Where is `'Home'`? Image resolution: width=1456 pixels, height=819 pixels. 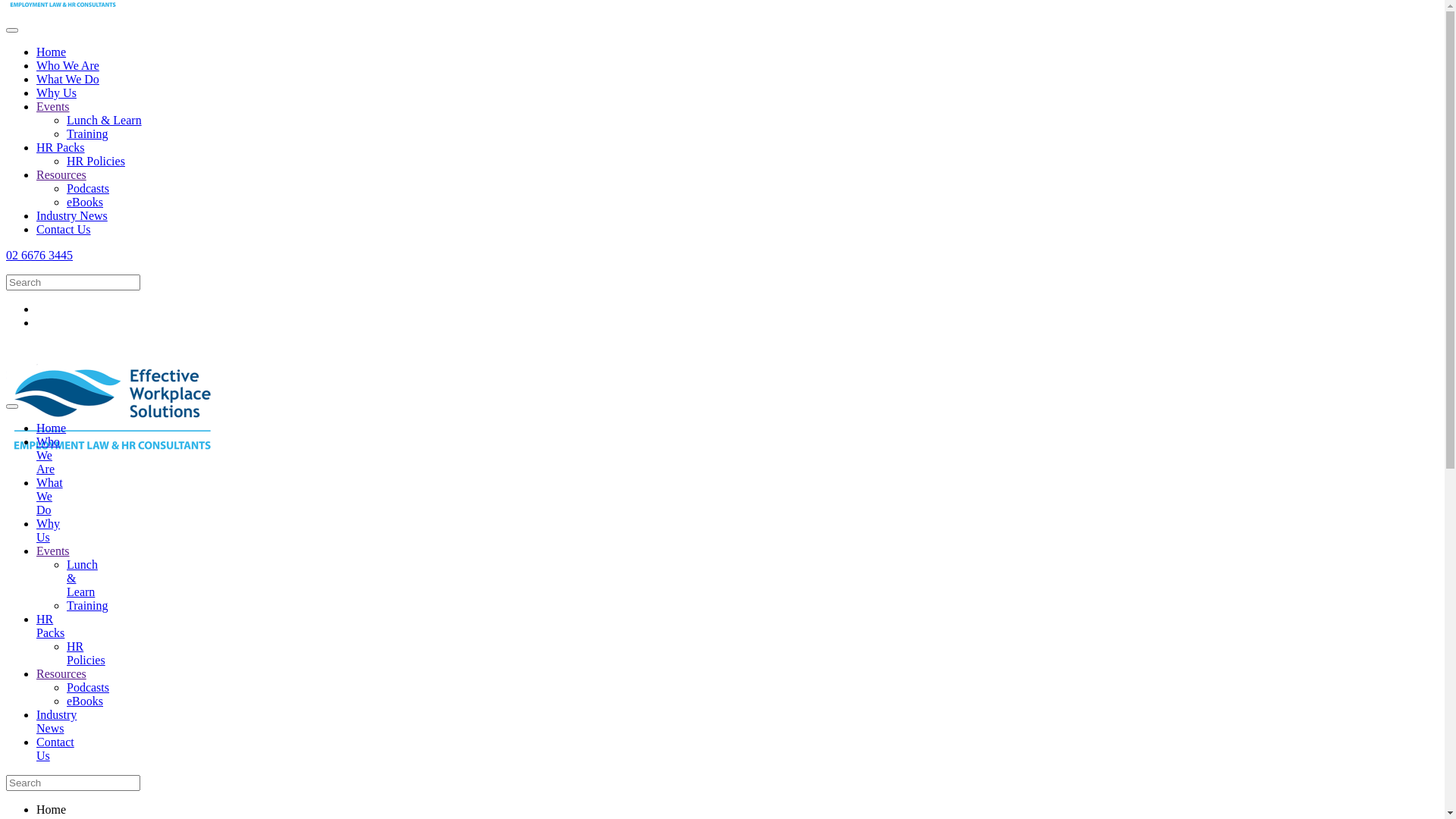
'Home' is located at coordinates (51, 428).